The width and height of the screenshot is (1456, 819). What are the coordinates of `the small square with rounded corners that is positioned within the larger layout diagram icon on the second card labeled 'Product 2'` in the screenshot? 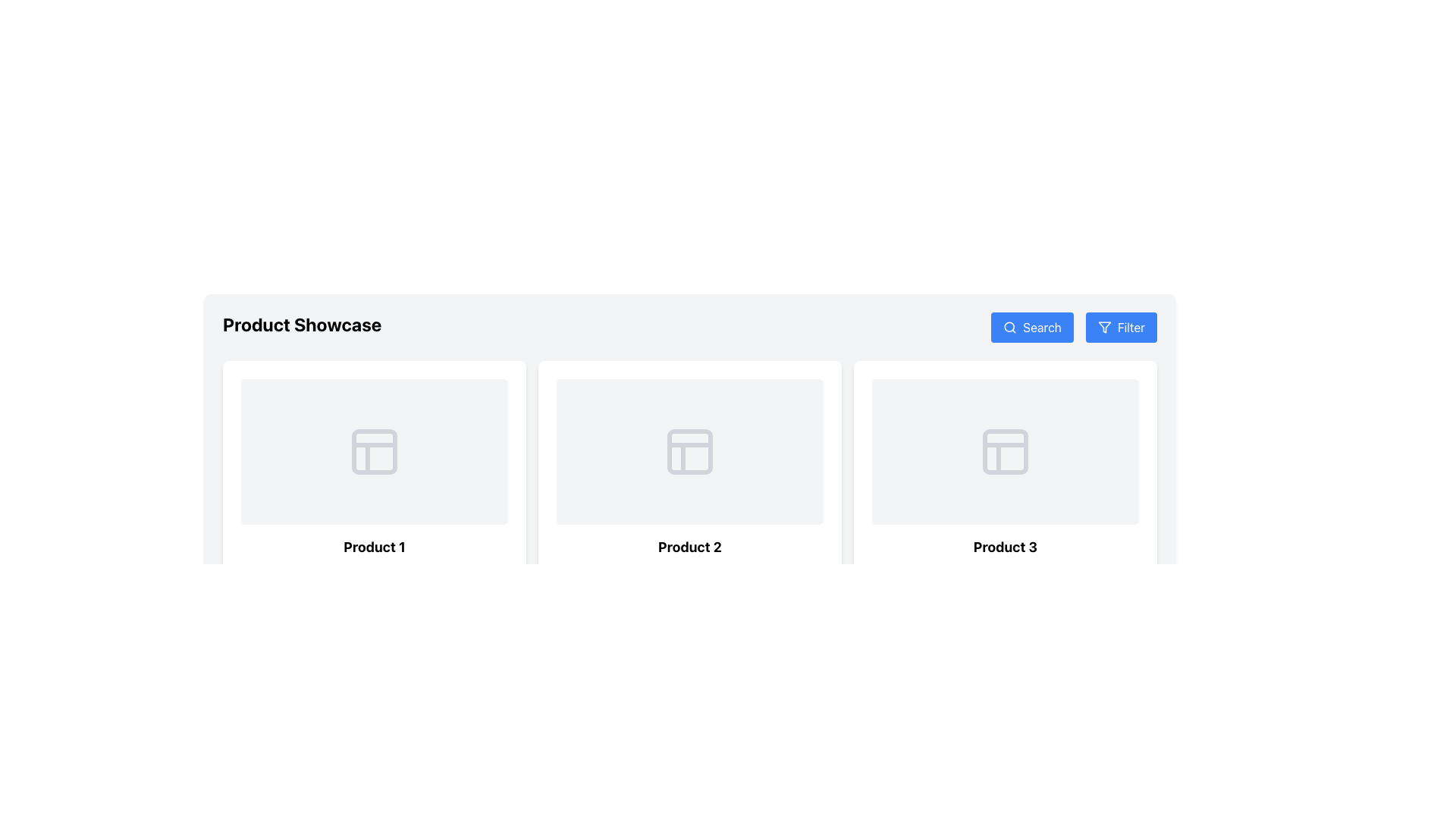 It's located at (689, 451).